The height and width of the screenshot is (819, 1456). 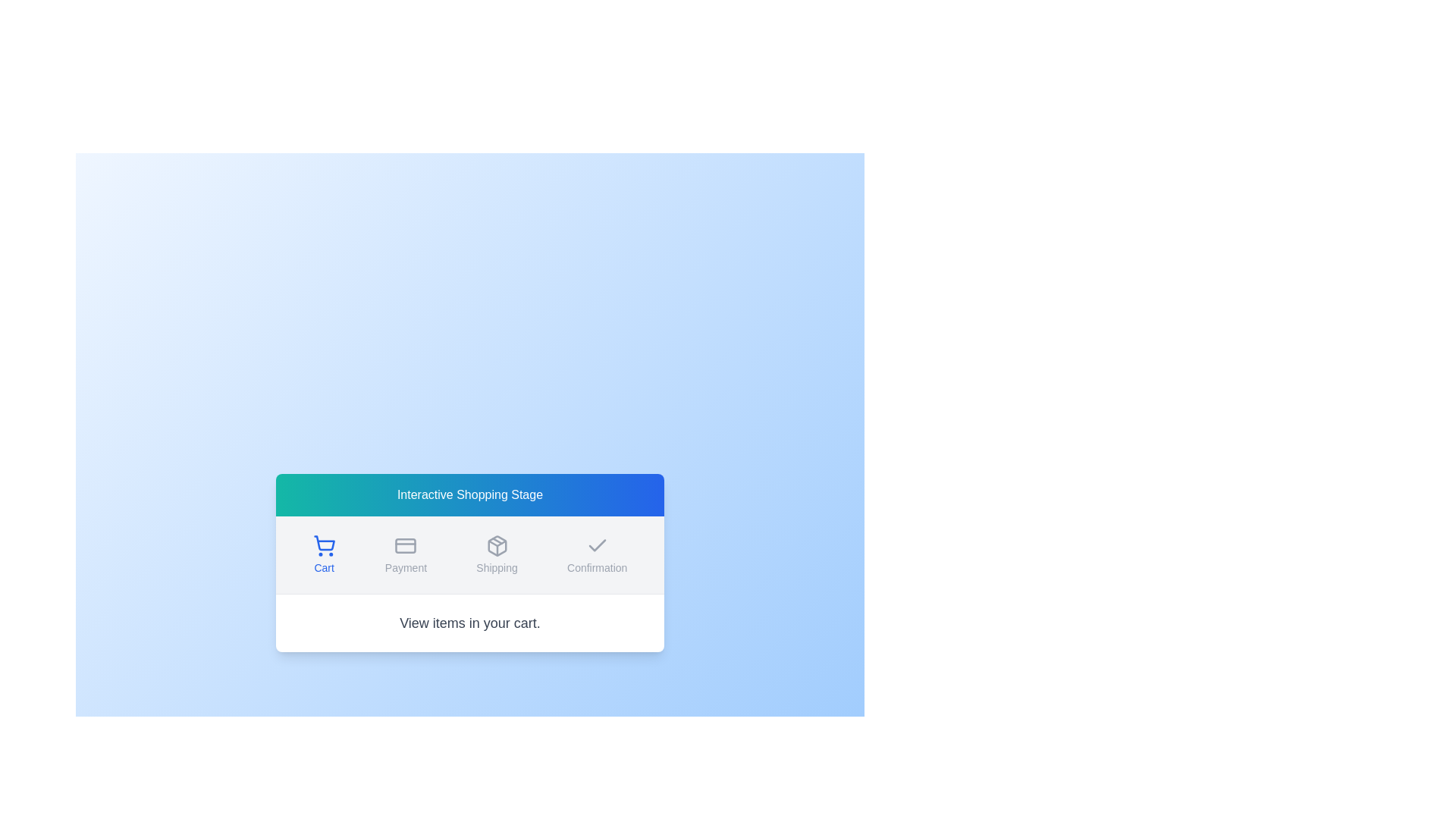 I want to click on the text label that identifies the cart icon located below the blue shopping cart icon in the leftmost position of the horizontal row, so click(x=323, y=567).